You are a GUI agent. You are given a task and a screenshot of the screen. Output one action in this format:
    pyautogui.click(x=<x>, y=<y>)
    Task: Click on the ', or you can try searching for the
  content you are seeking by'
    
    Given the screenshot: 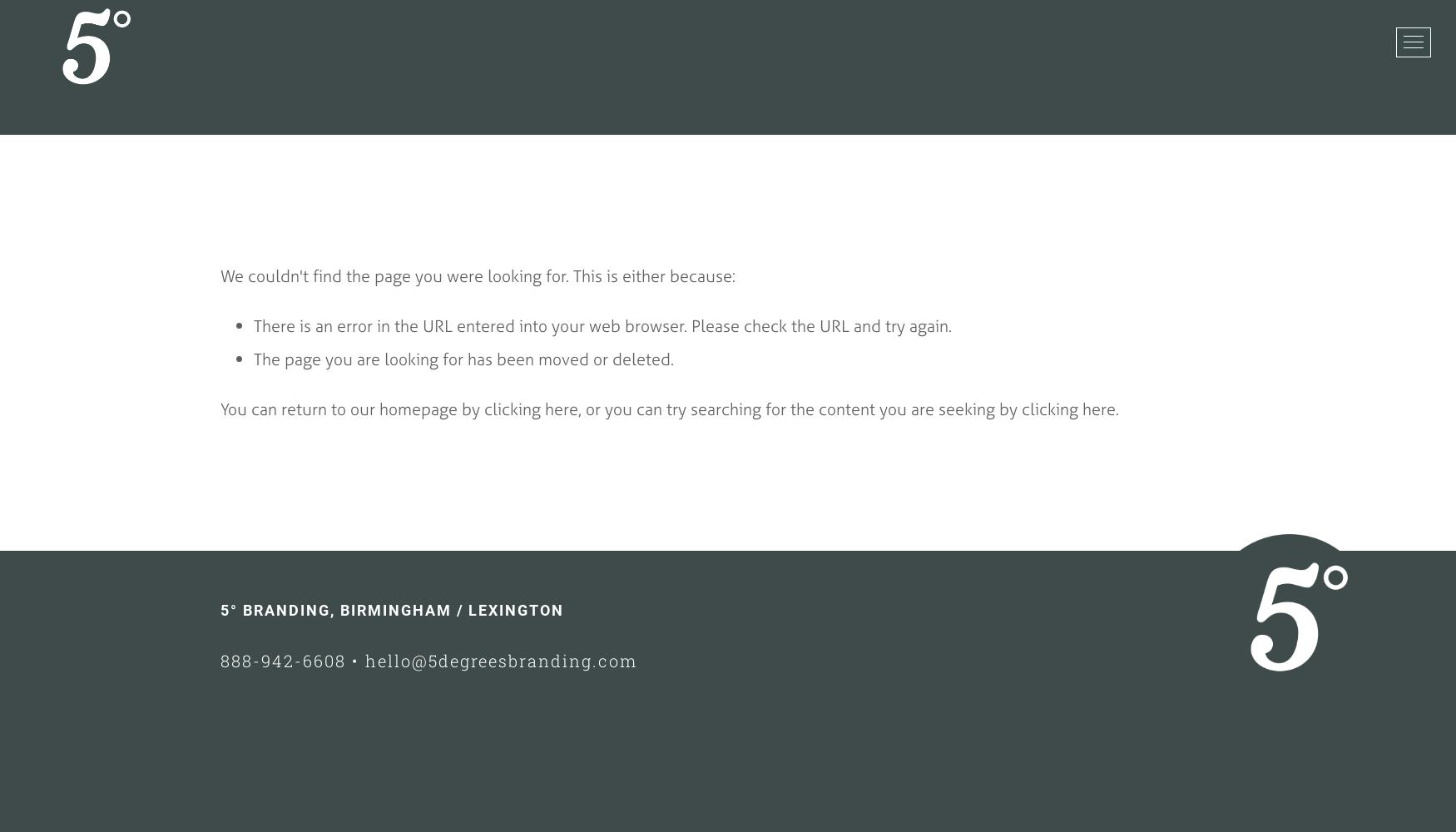 What is the action you would take?
    pyautogui.click(x=800, y=408)
    